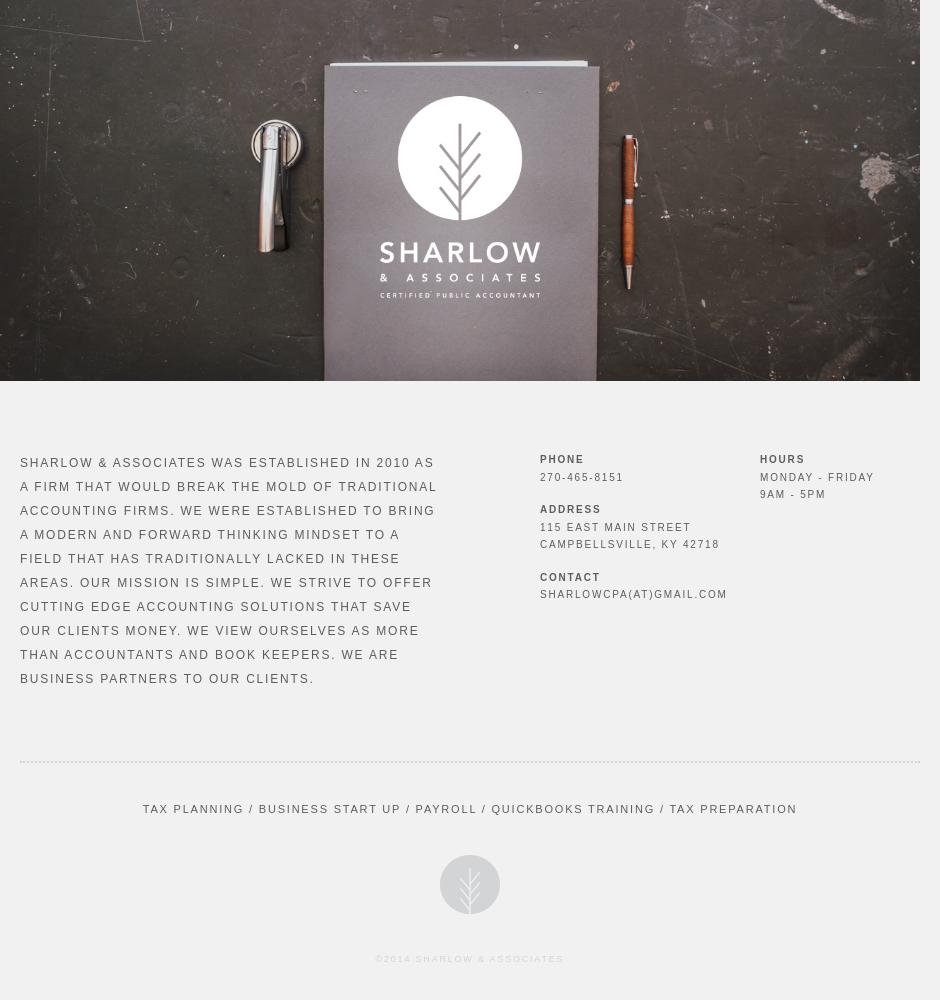  I want to click on 'Contact', so click(570, 575).